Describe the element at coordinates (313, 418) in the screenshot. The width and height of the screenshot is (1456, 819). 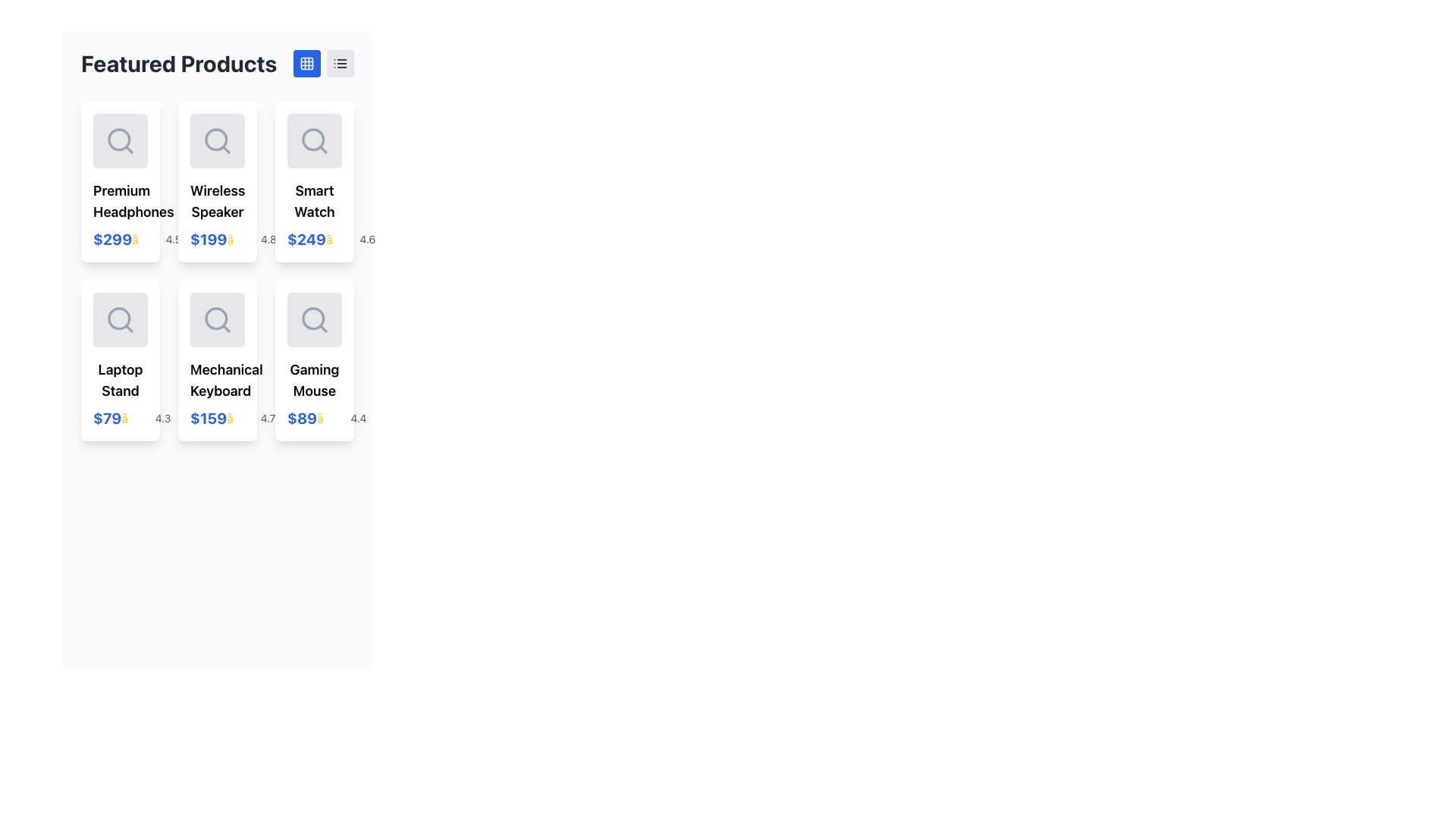
I see `price and rating displayed in the Text and Icon Display located at the bottom-right of the 'Gaming Mouse' card component, positioned below the product title` at that location.